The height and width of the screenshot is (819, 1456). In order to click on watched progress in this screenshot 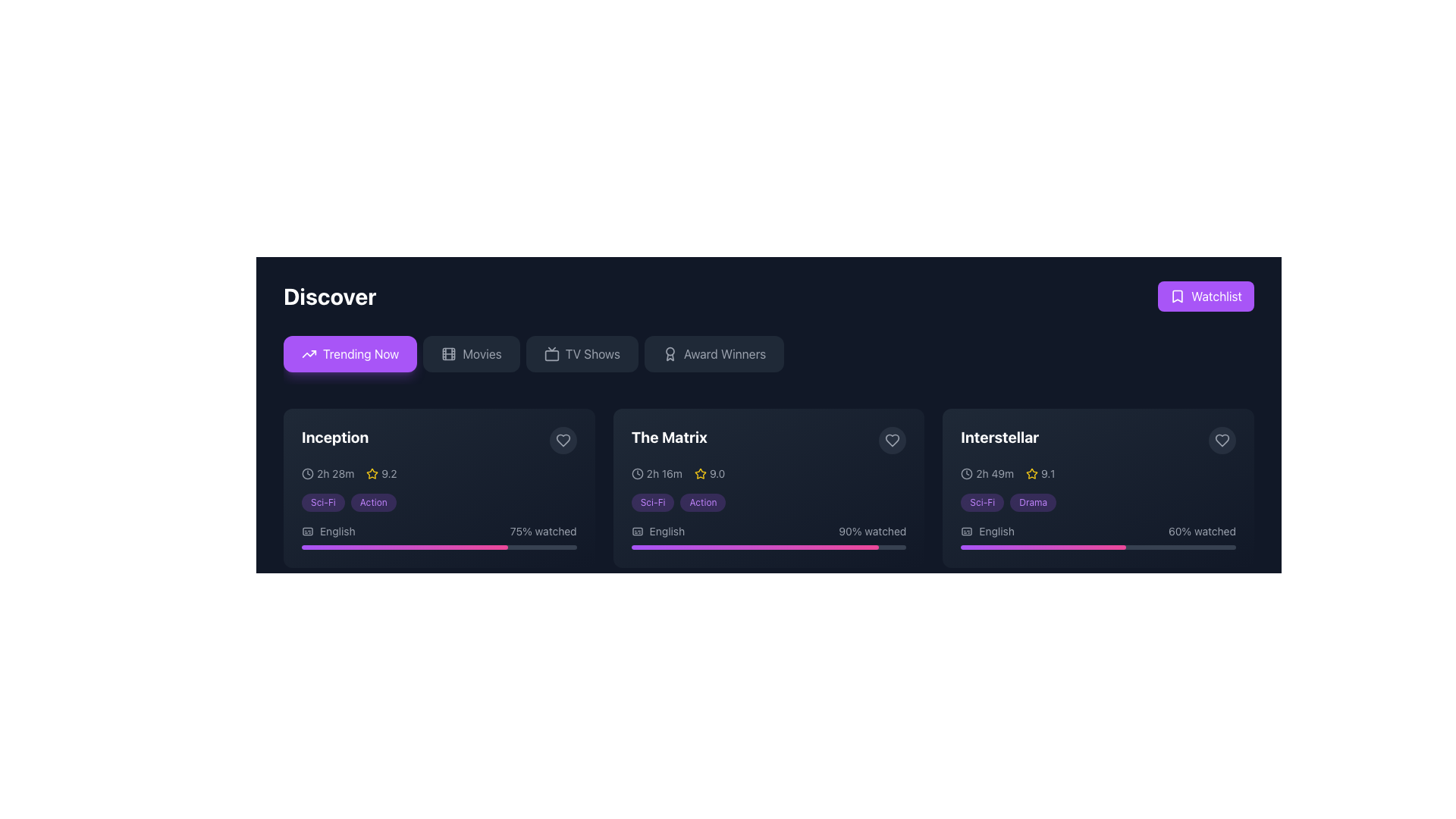, I will do `click(962, 547)`.